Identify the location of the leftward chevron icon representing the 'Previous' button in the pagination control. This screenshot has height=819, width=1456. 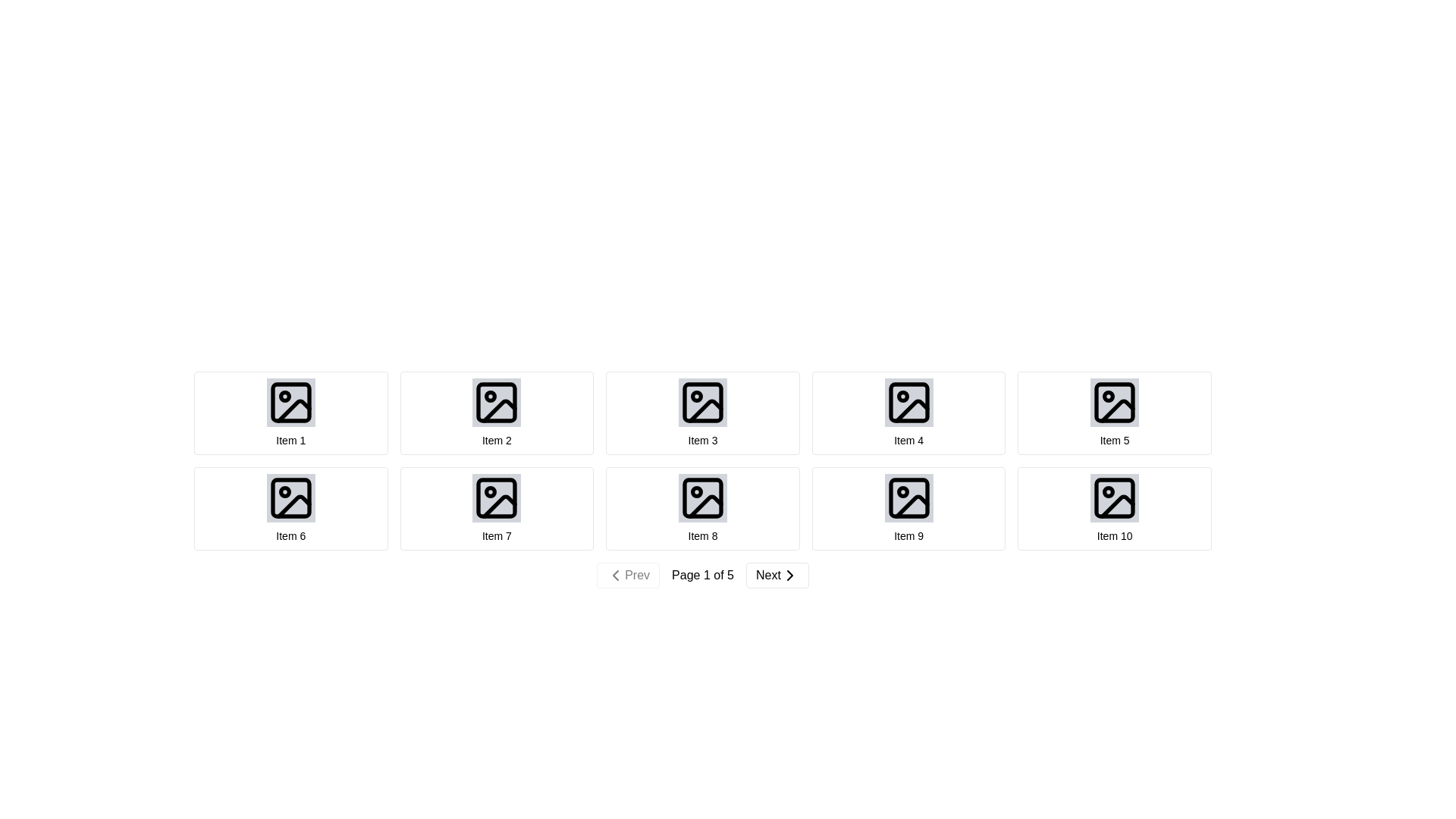
(616, 576).